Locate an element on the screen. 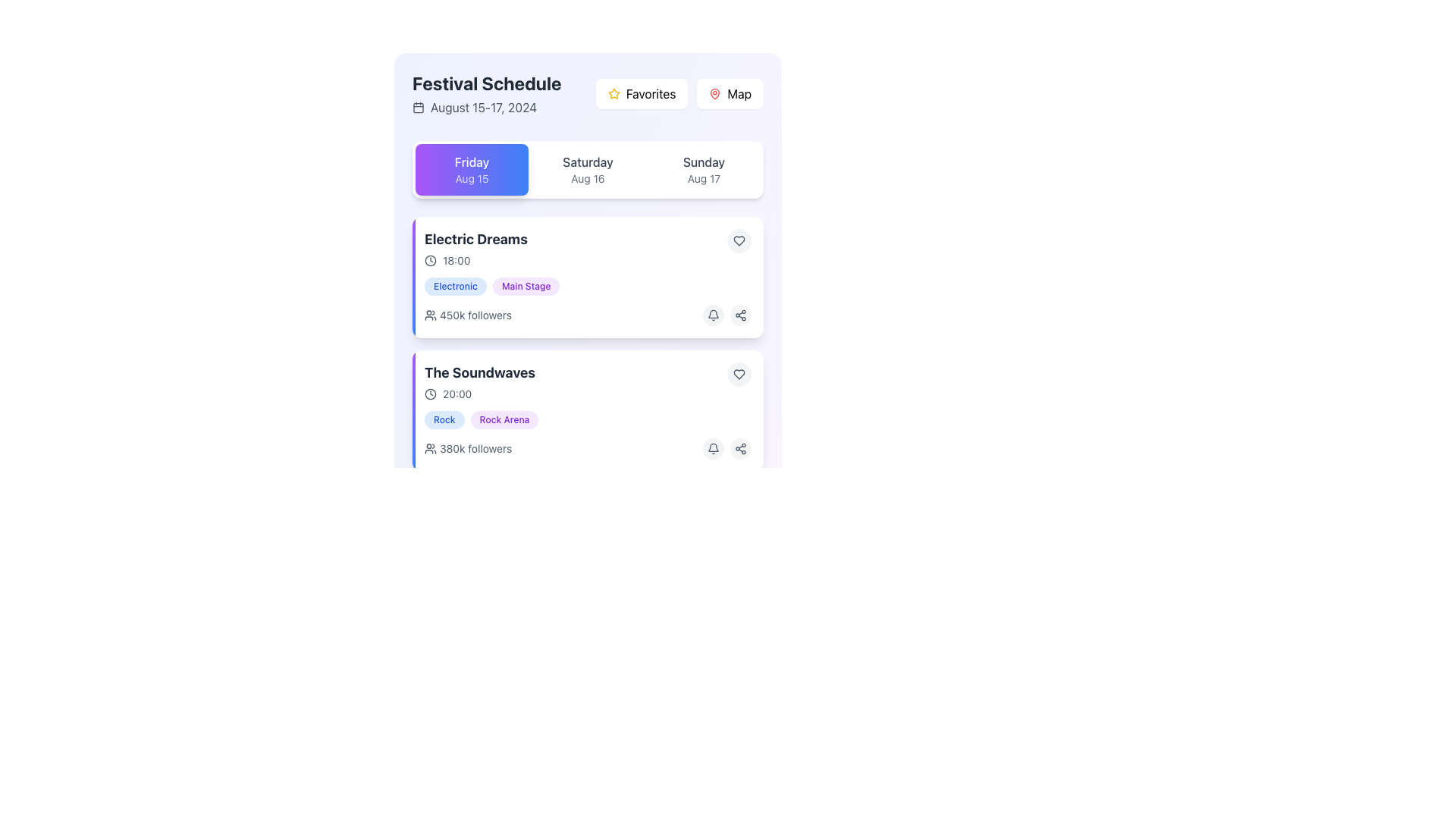 This screenshot has width=1456, height=819. the followers icon located just before the text '380k followers' in the description section of the event titled 'The Soundwaves', which is in the second event card of the schedule is located at coordinates (429, 447).